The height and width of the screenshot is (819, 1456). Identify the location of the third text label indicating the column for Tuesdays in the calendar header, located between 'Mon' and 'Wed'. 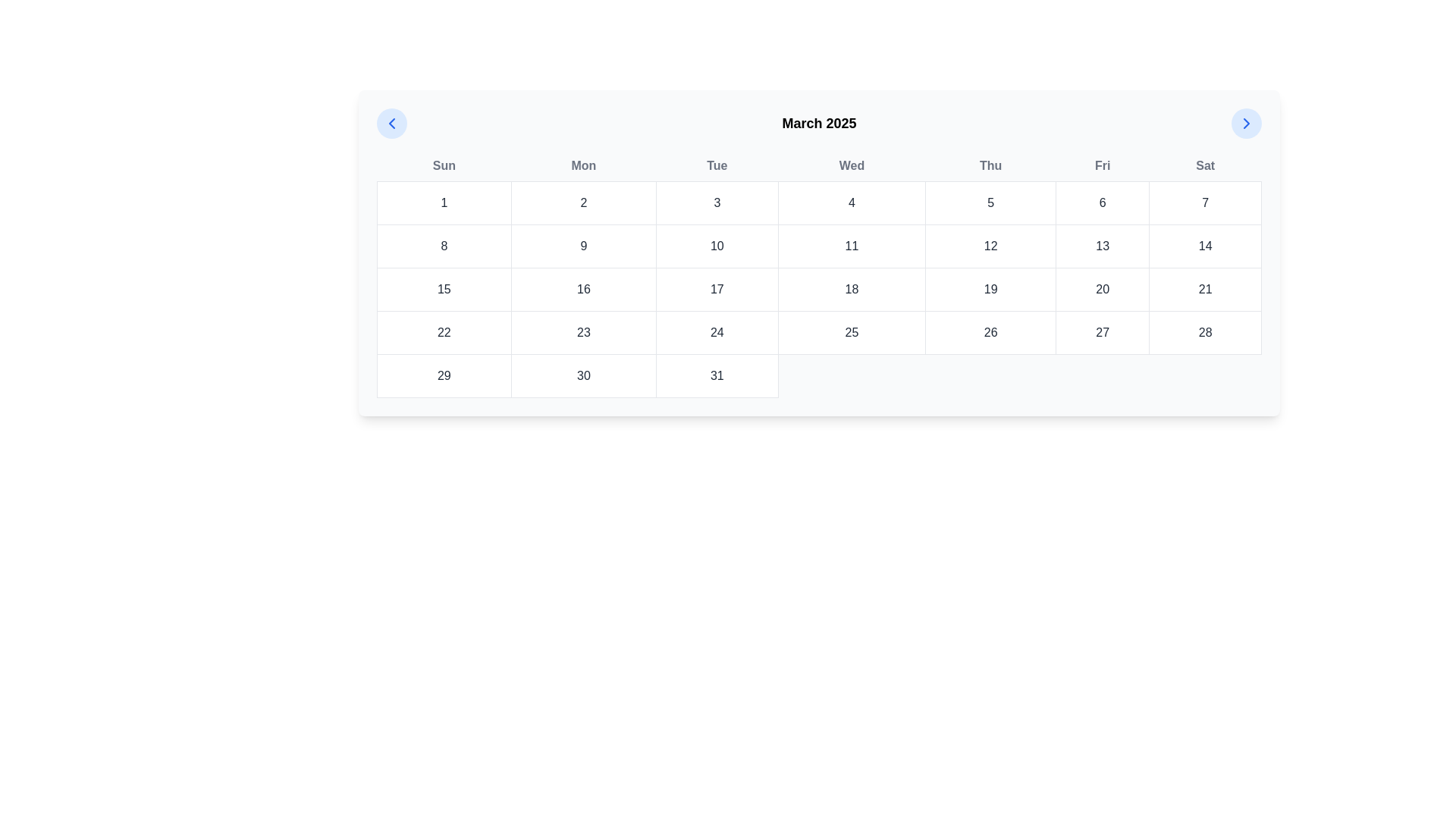
(716, 166).